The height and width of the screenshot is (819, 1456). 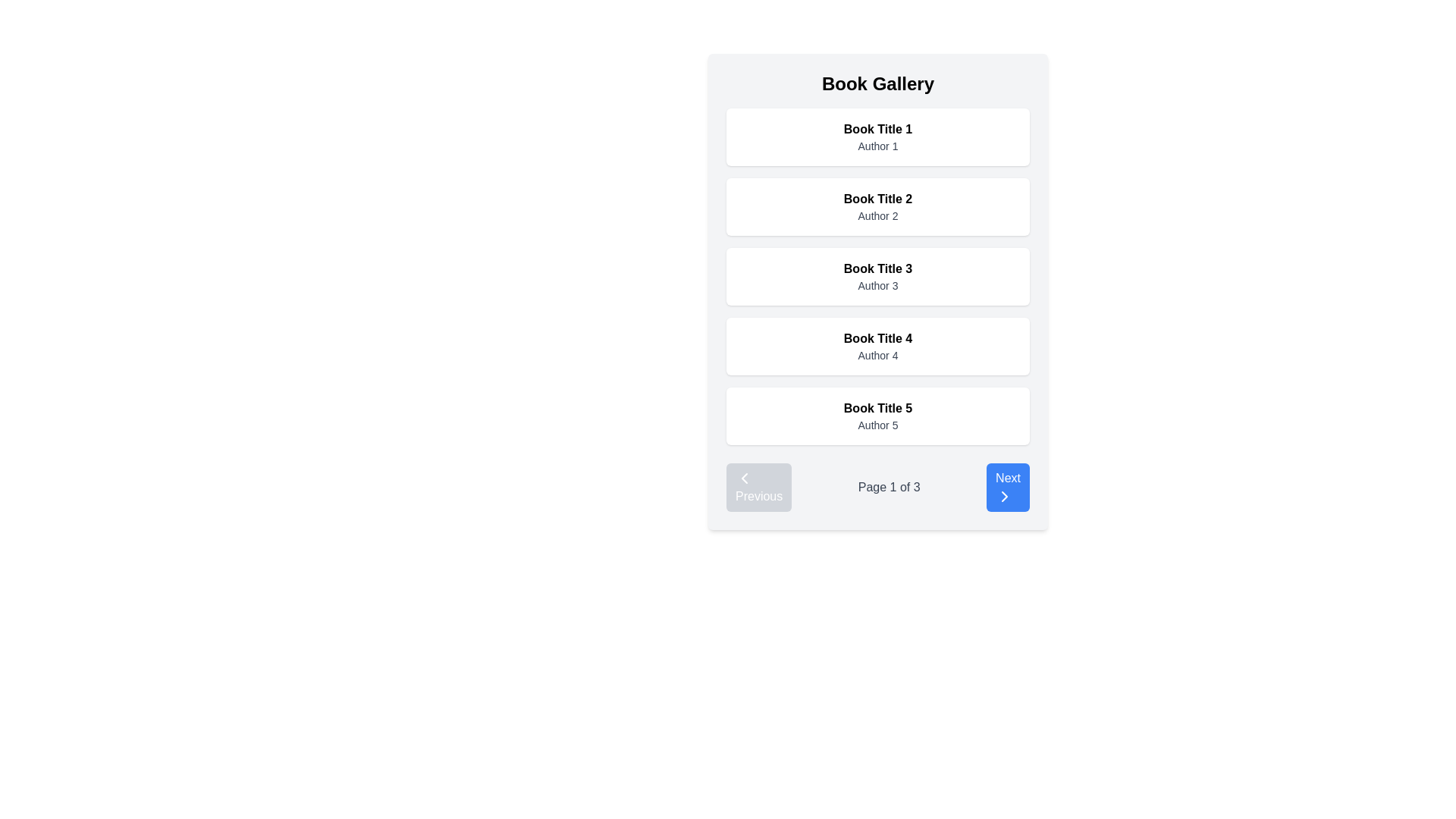 I want to click on text of the bold 'Book Title 2' label located centrally in the second card of the book entries list, above 'Author 2', so click(x=877, y=198).